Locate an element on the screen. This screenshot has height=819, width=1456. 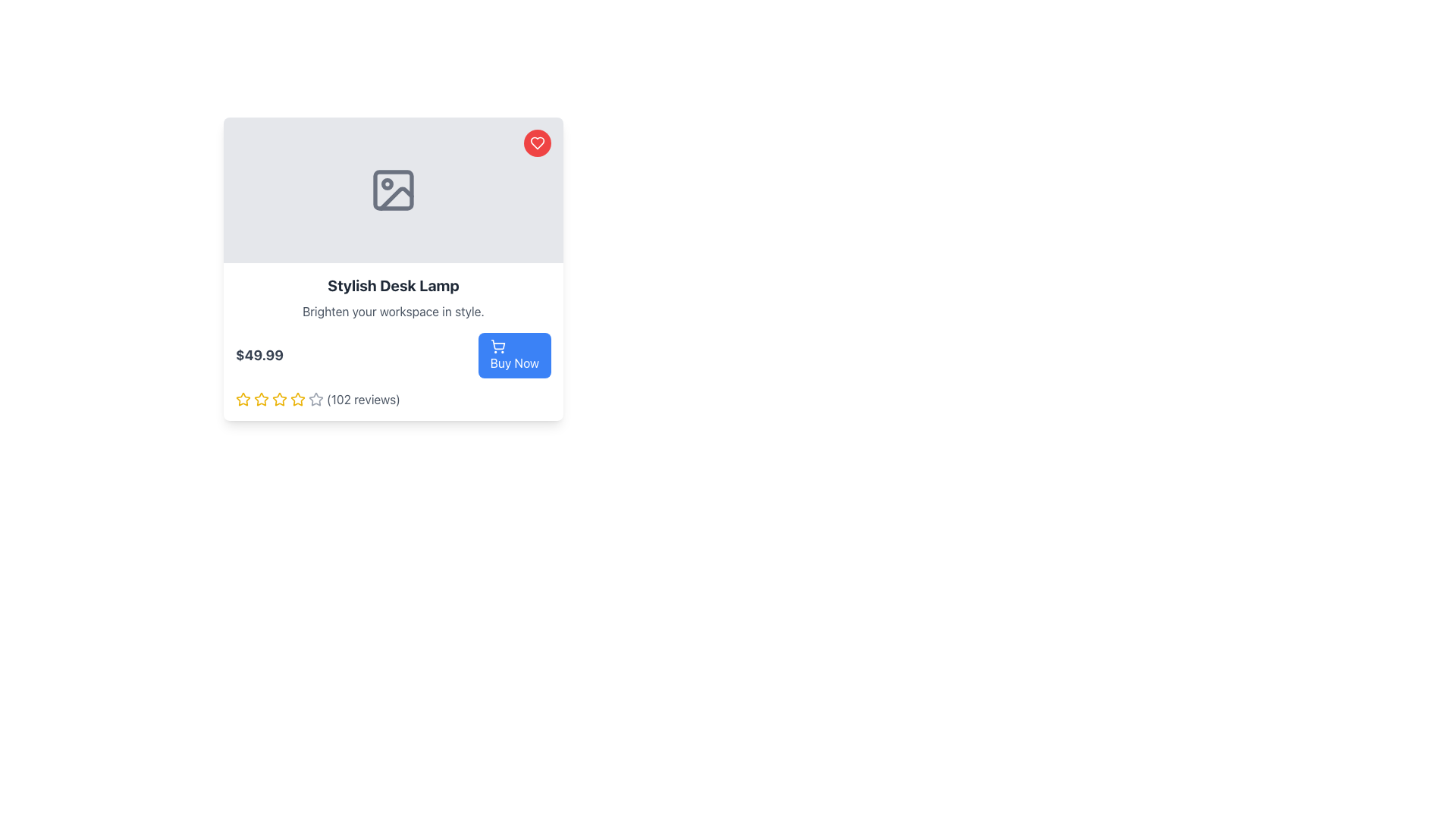
the second star icon in the rating system, which is gold-yellow in color and has a central cut-out, located below the product information text is located at coordinates (280, 398).